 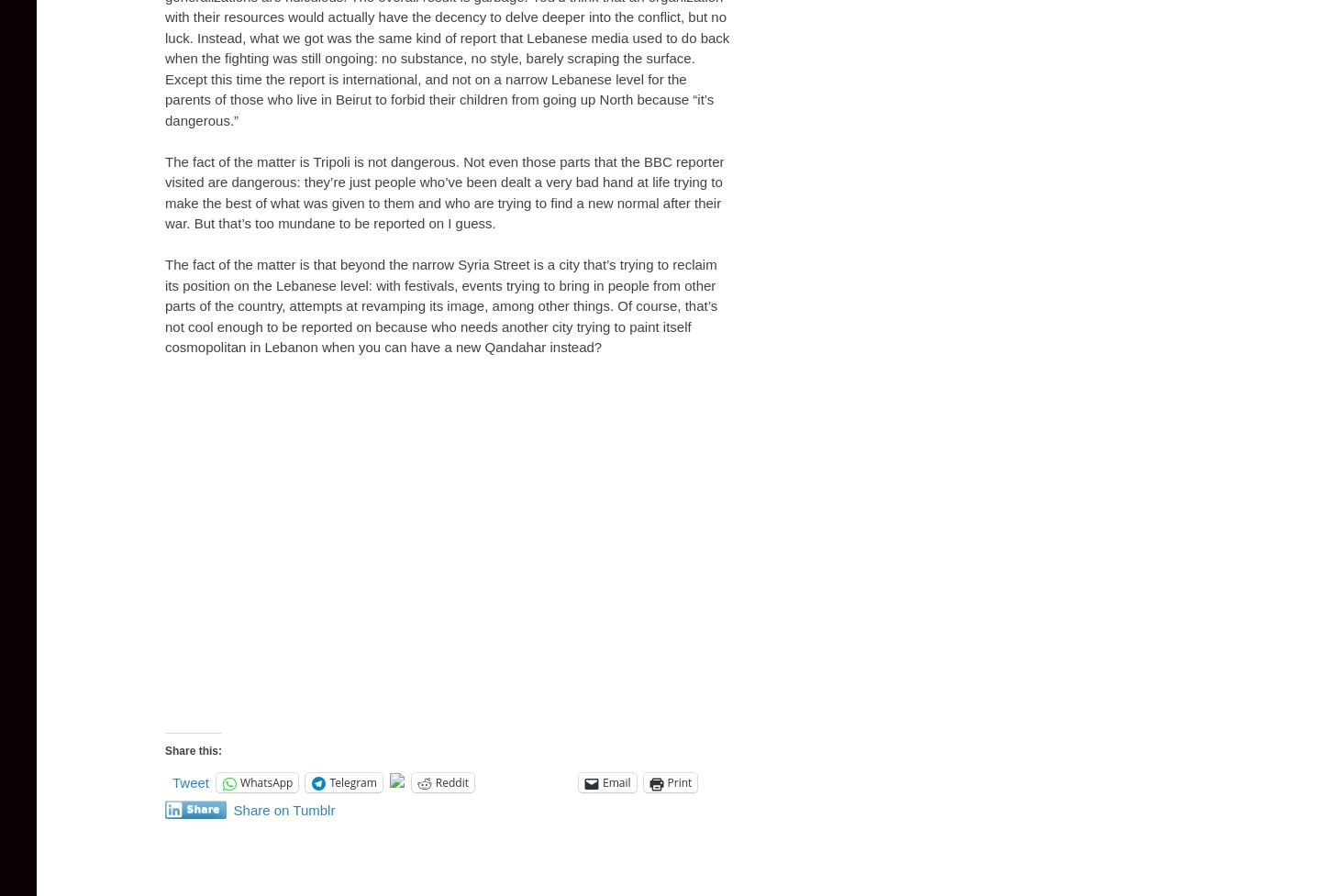 What do you see at coordinates (232, 809) in the screenshot?
I see `'Share on Tumblr'` at bounding box center [232, 809].